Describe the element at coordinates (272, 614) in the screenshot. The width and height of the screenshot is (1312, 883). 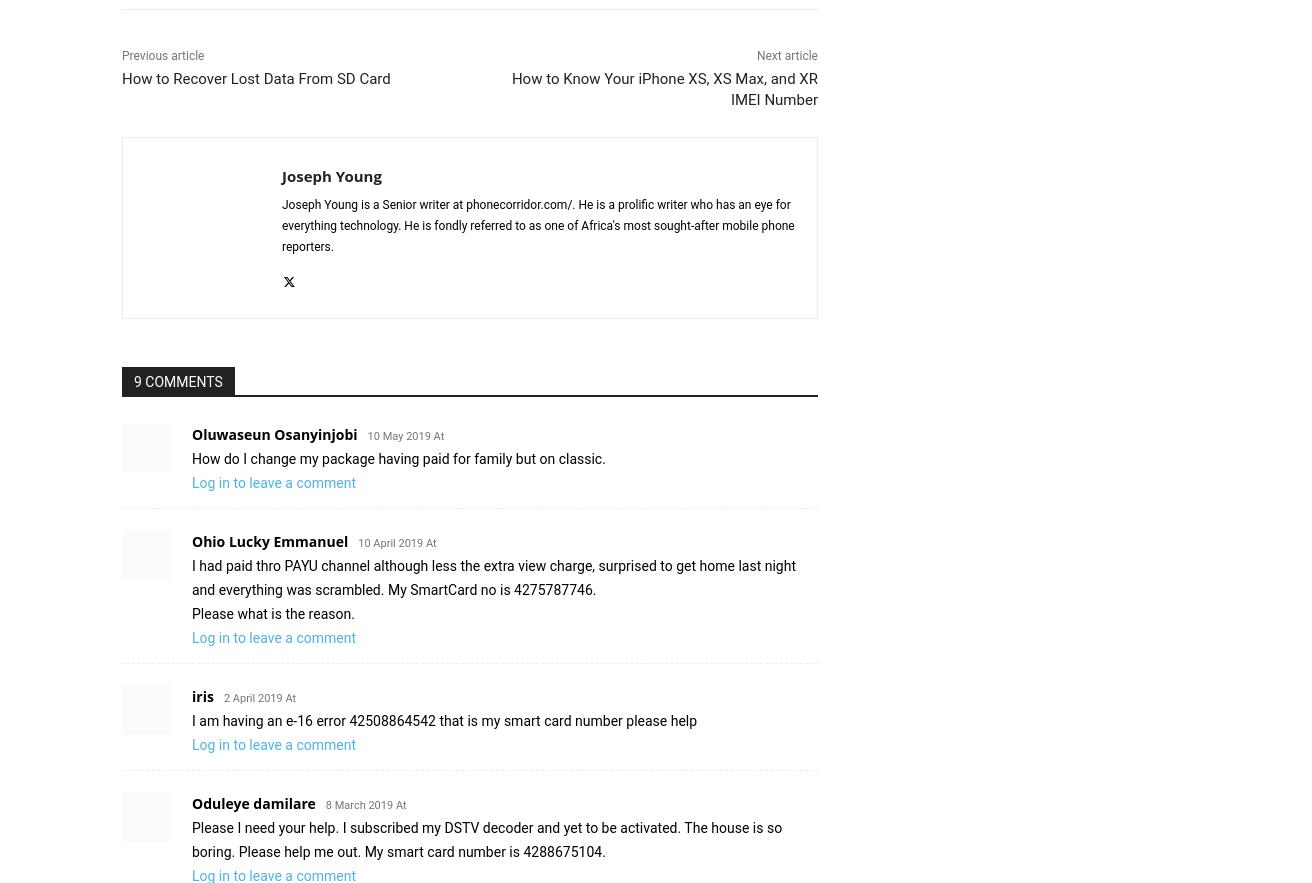
I see `'Please what is the reason.'` at that location.